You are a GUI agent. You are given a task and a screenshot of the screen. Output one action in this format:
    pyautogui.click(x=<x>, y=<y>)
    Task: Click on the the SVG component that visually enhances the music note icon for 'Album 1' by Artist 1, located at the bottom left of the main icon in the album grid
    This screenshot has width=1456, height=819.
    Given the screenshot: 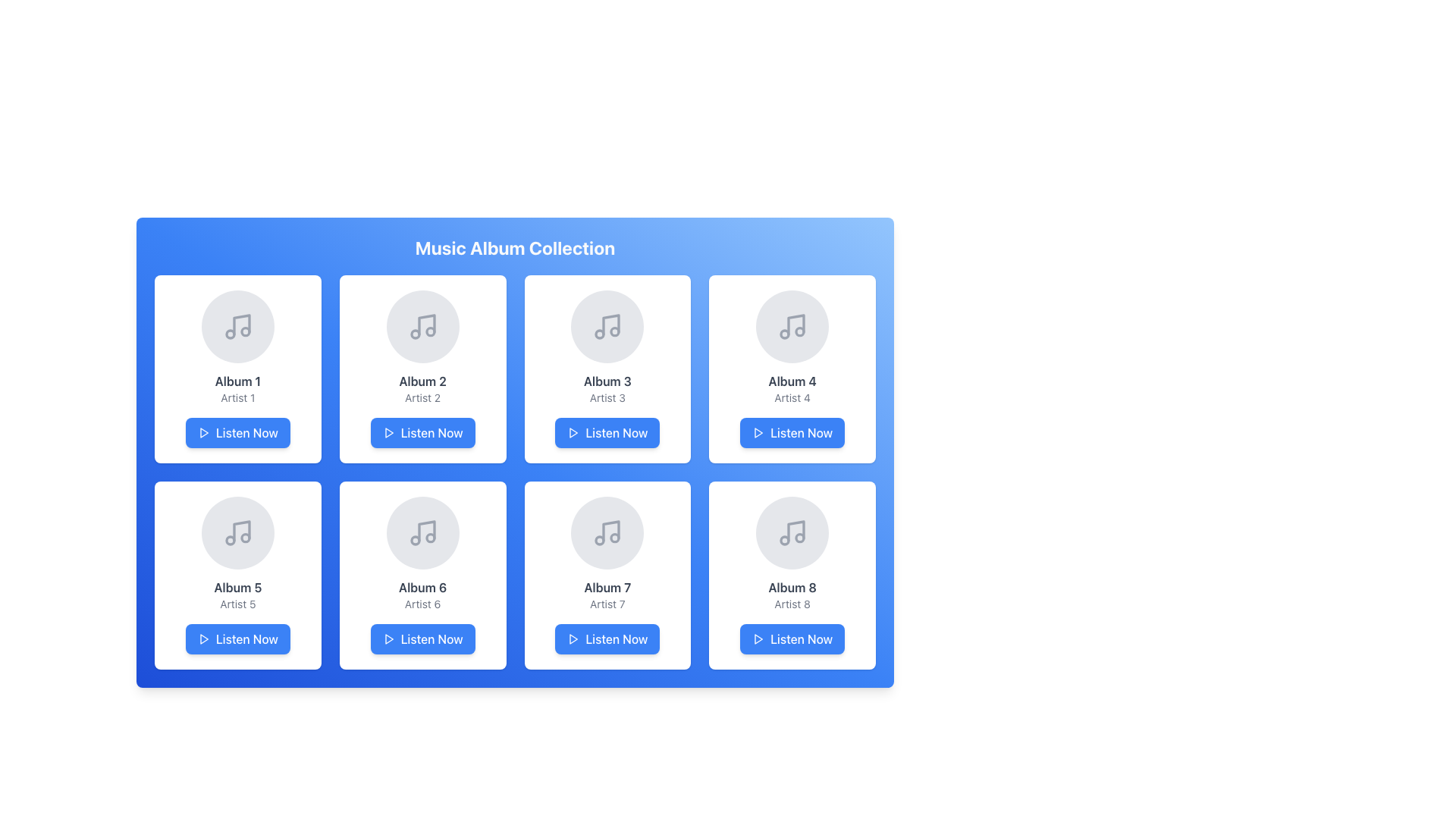 What is the action you would take?
    pyautogui.click(x=229, y=333)
    